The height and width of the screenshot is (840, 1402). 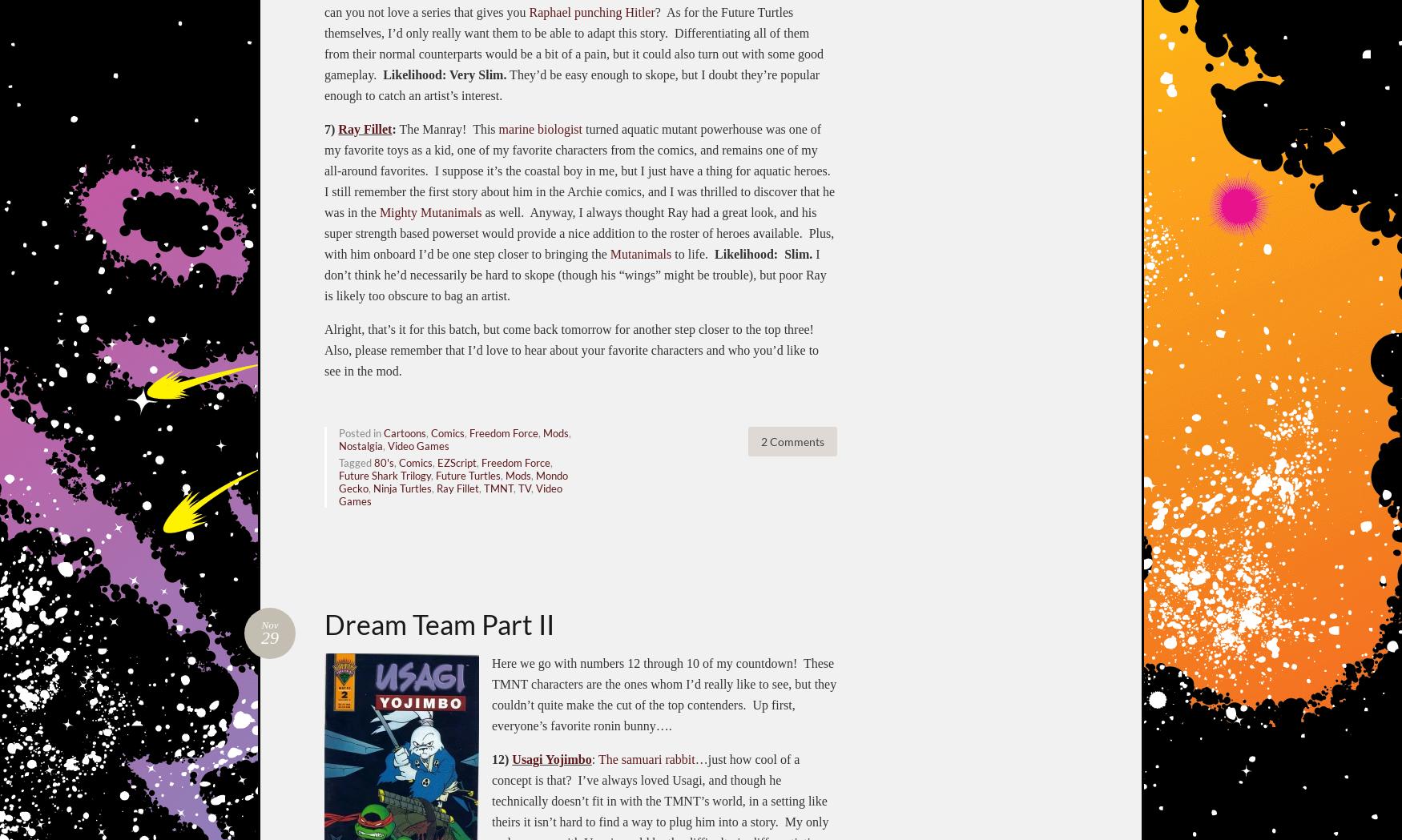 What do you see at coordinates (501, 758) in the screenshot?
I see `'12)'` at bounding box center [501, 758].